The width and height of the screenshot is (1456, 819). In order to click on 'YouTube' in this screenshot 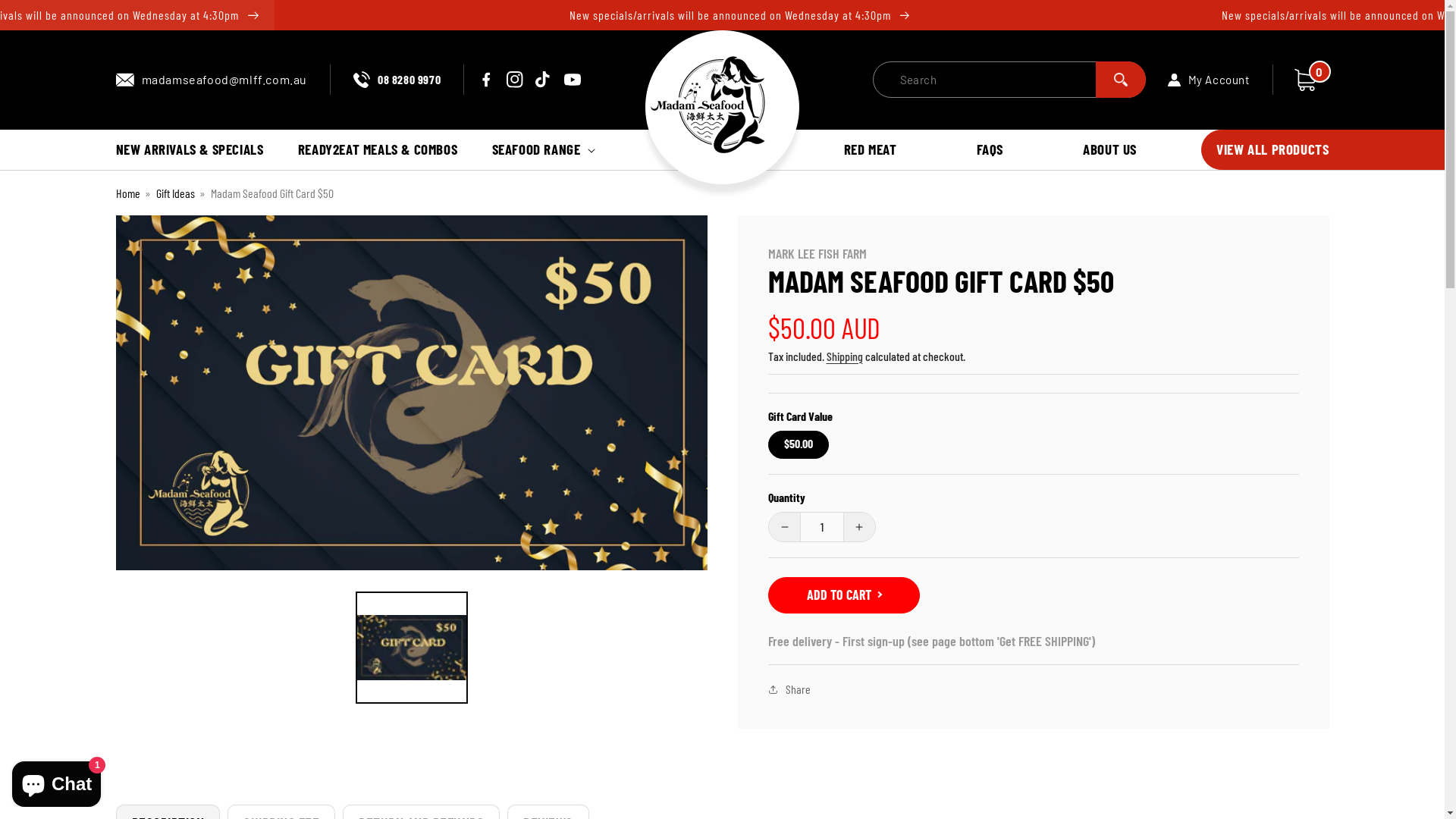, I will do `click(571, 79)`.